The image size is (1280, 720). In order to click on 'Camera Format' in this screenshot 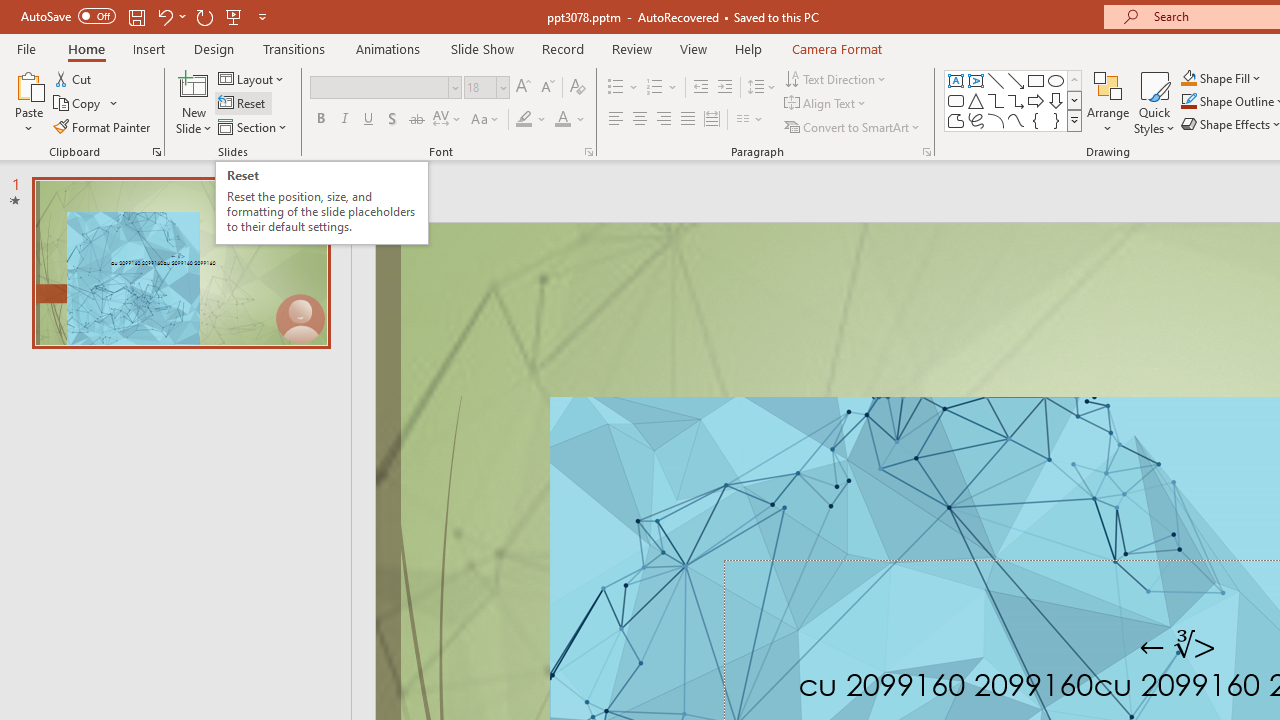, I will do `click(837, 48)`.